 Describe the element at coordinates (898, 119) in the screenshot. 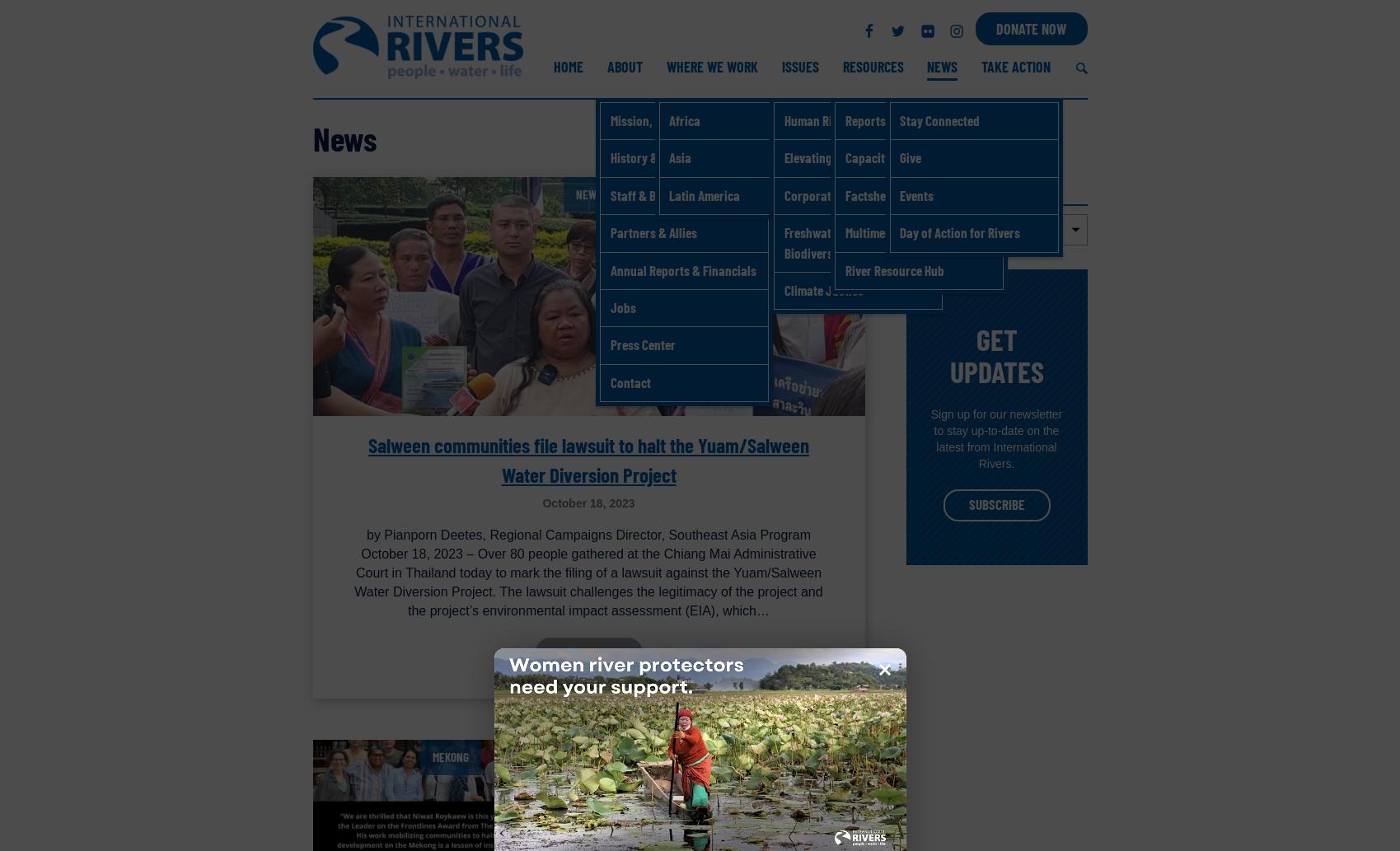

I see `'Stay Connected'` at that location.